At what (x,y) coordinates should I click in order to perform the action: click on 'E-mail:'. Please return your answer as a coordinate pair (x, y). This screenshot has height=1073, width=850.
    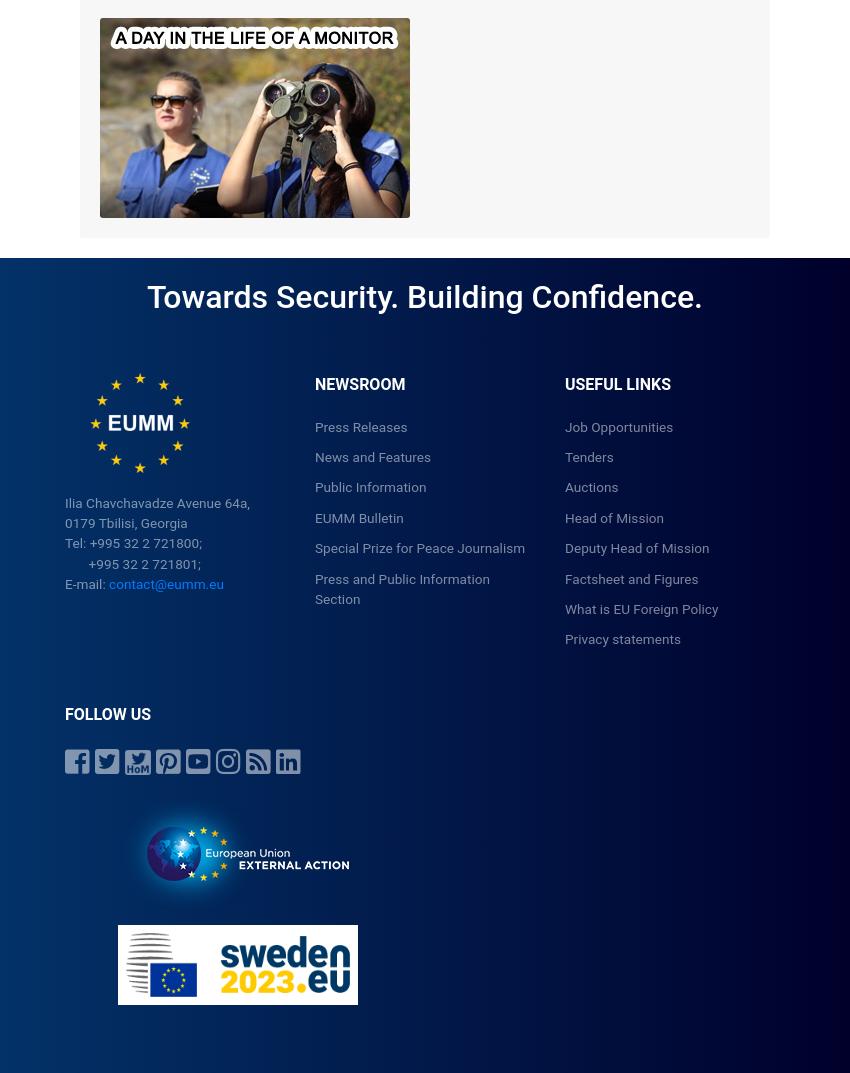
    Looking at the image, I should click on (86, 584).